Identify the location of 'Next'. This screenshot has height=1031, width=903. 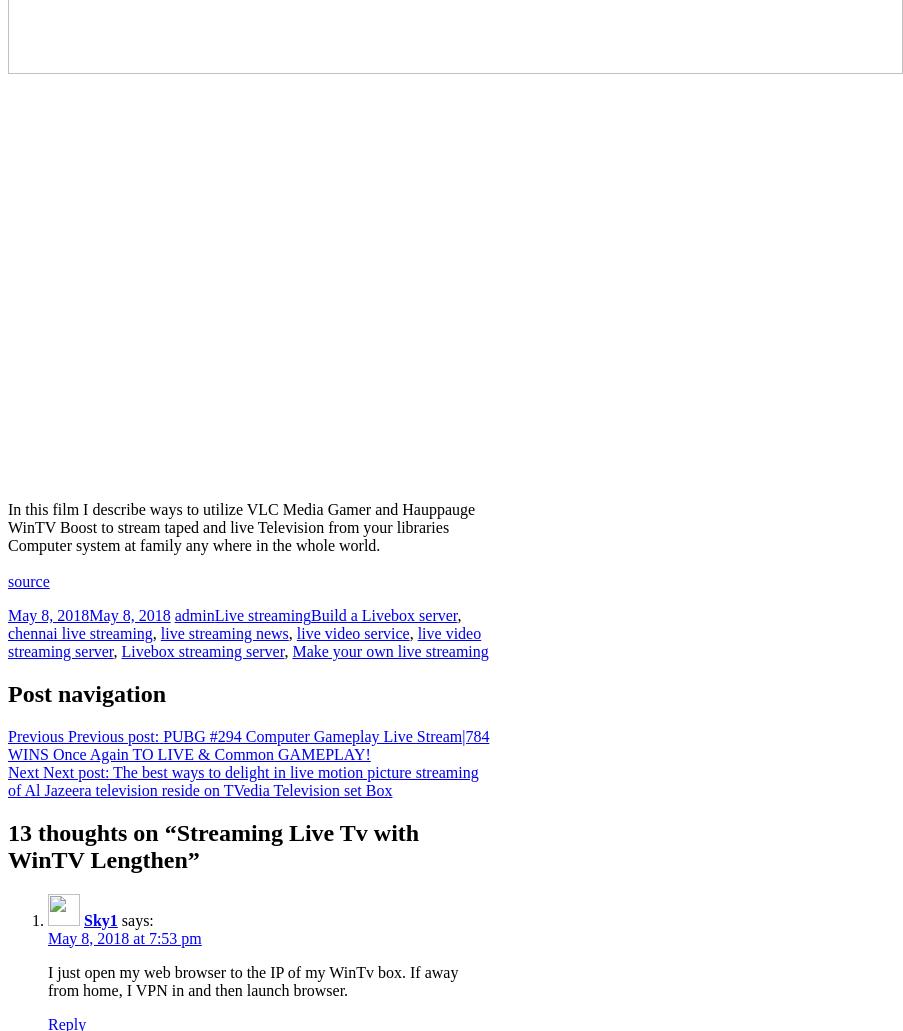
(22, 770).